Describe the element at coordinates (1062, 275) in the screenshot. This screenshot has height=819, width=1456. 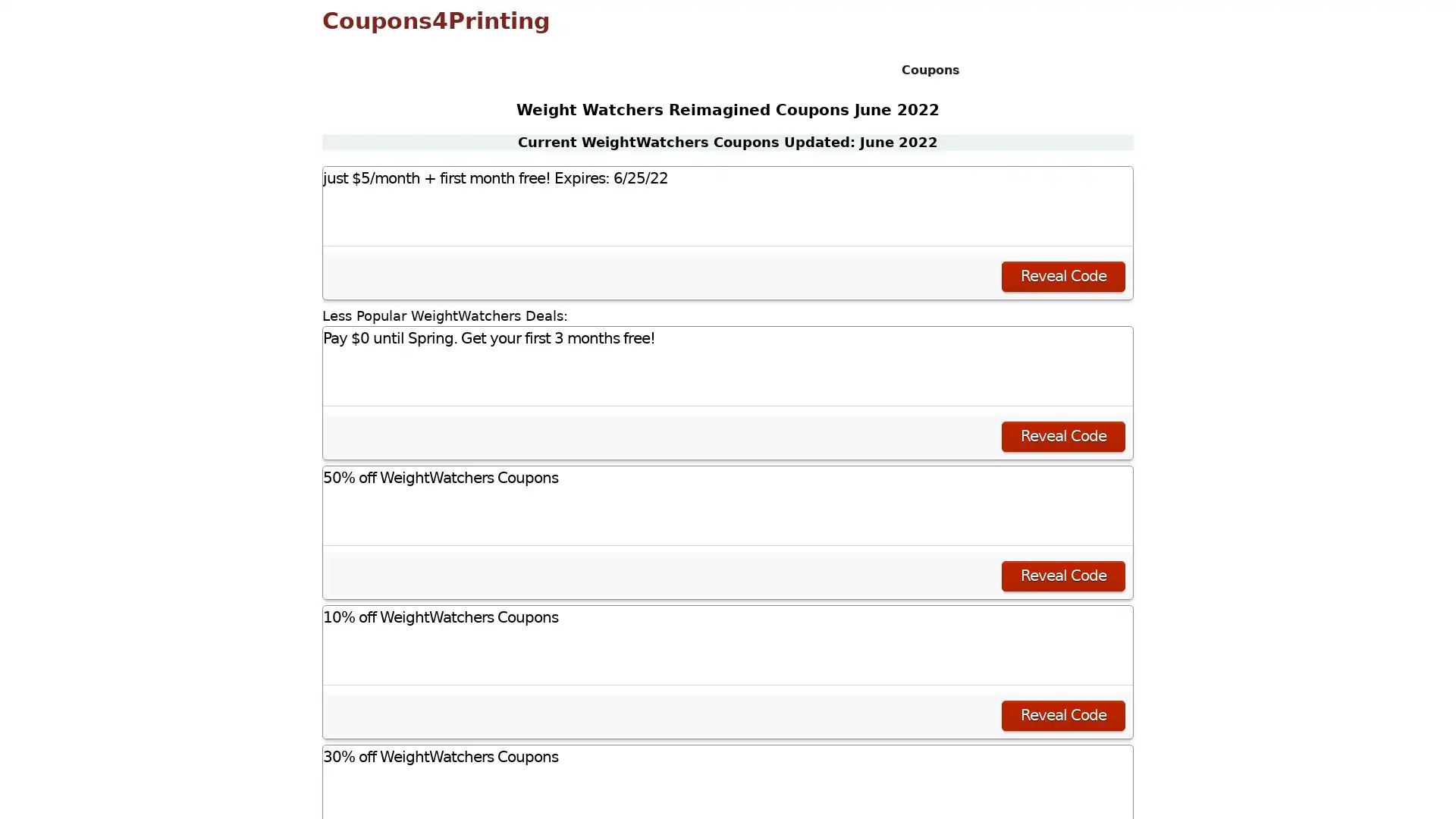
I see `Reveal Code` at that location.